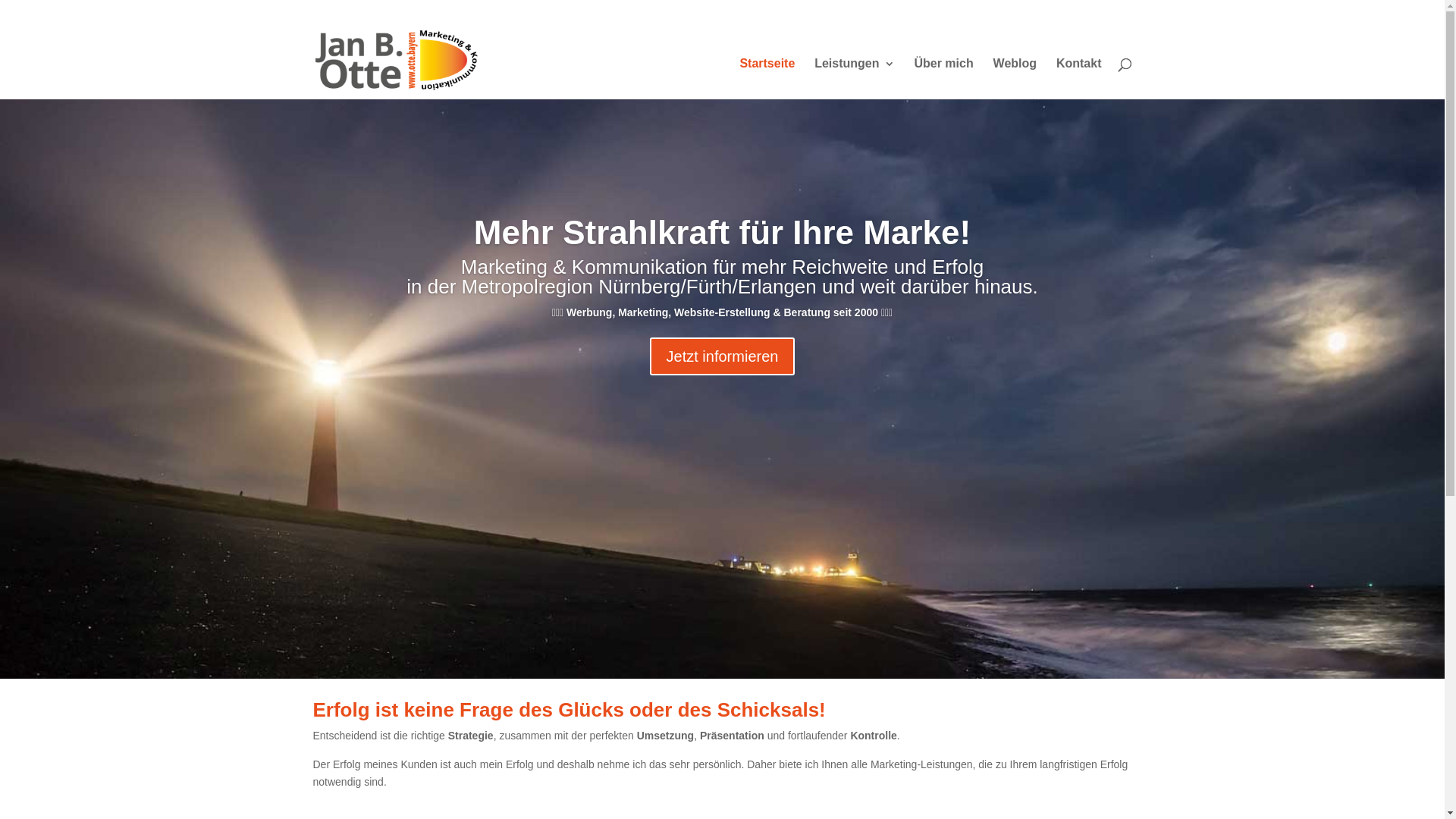 This screenshot has width=1456, height=819. What do you see at coordinates (854, 79) in the screenshot?
I see `'Leistungen'` at bounding box center [854, 79].